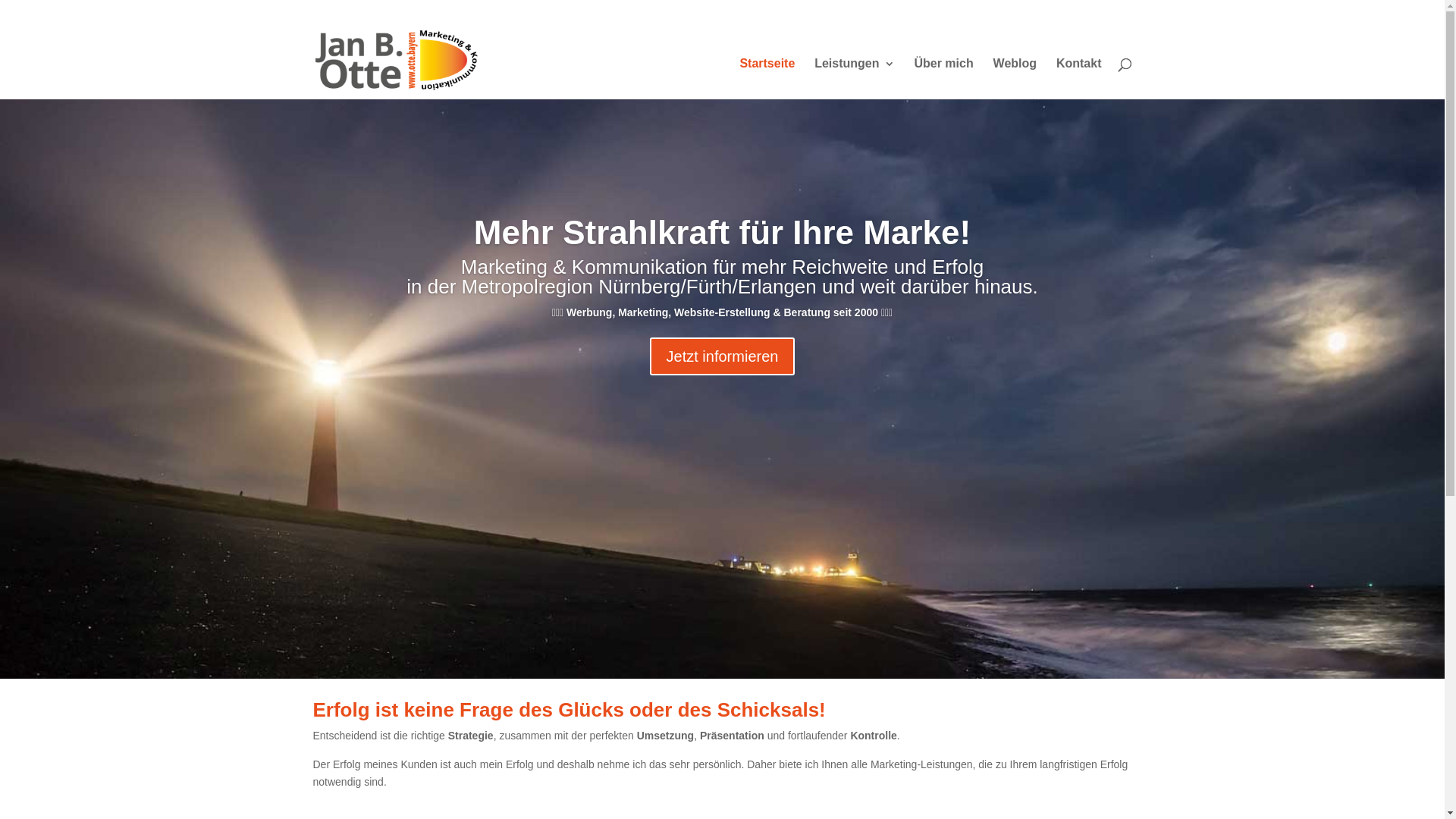 This screenshot has width=1456, height=819. What do you see at coordinates (854, 79) in the screenshot?
I see `'Leistungen'` at bounding box center [854, 79].